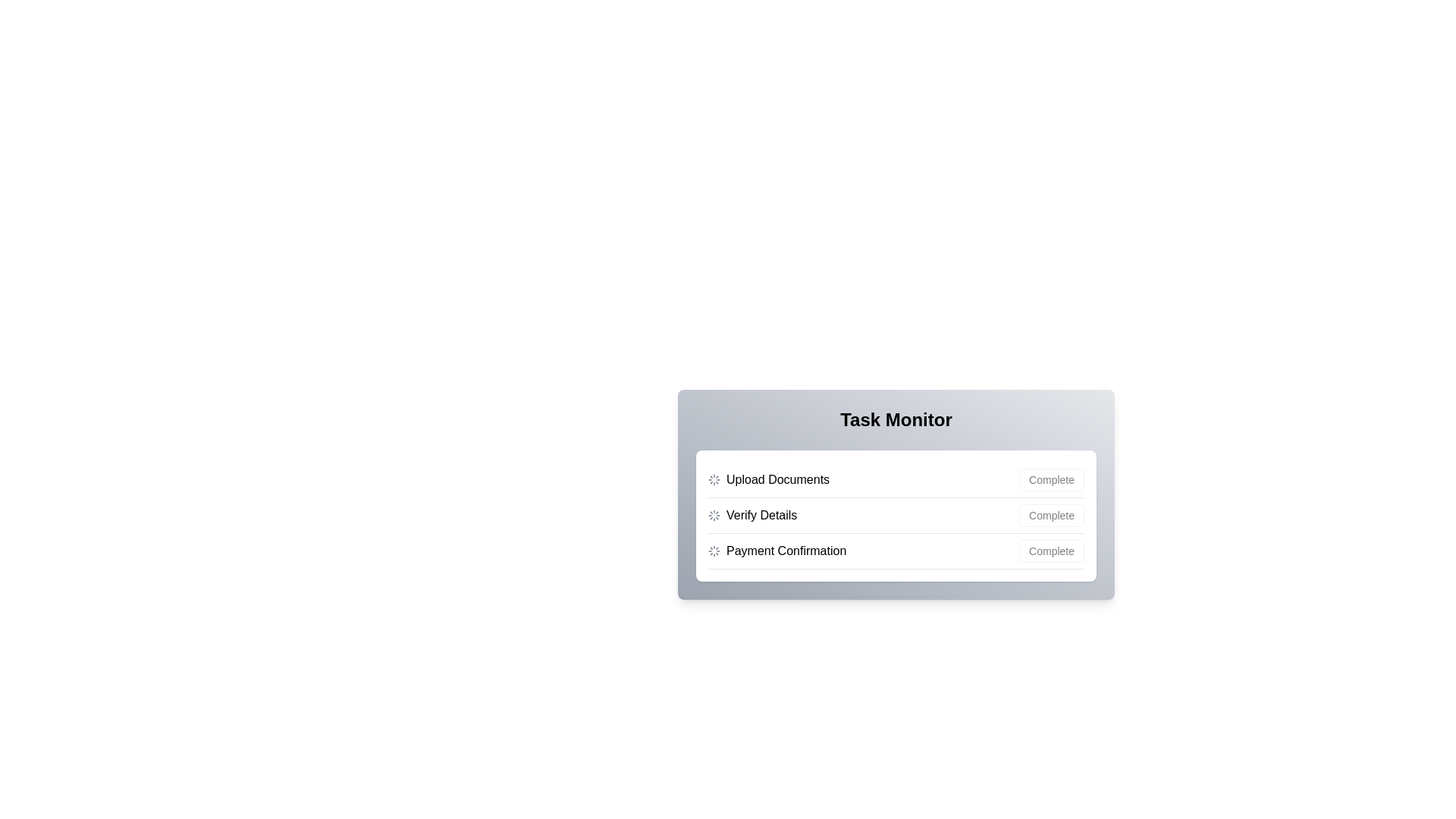 This screenshot has width=1456, height=819. I want to click on the disabled button located on the right side of the 'Payment Confirmation' row within the 'Task Monitor' panel, which is styled to indicate it is not interactable, so click(1051, 551).